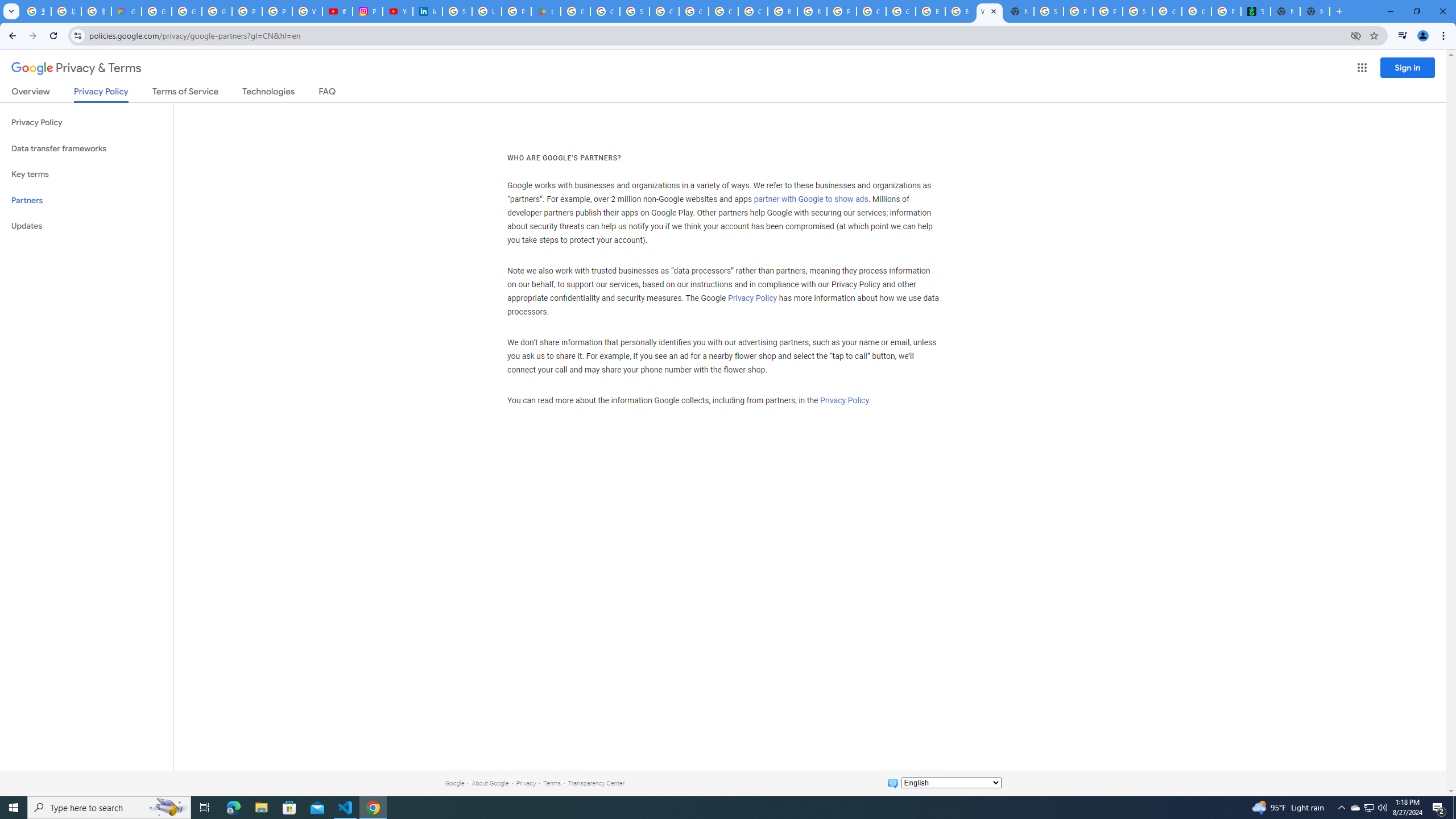 This screenshot has height=819, width=1456. I want to click on 'Google Workspace - Specific Terms', so click(605, 11).